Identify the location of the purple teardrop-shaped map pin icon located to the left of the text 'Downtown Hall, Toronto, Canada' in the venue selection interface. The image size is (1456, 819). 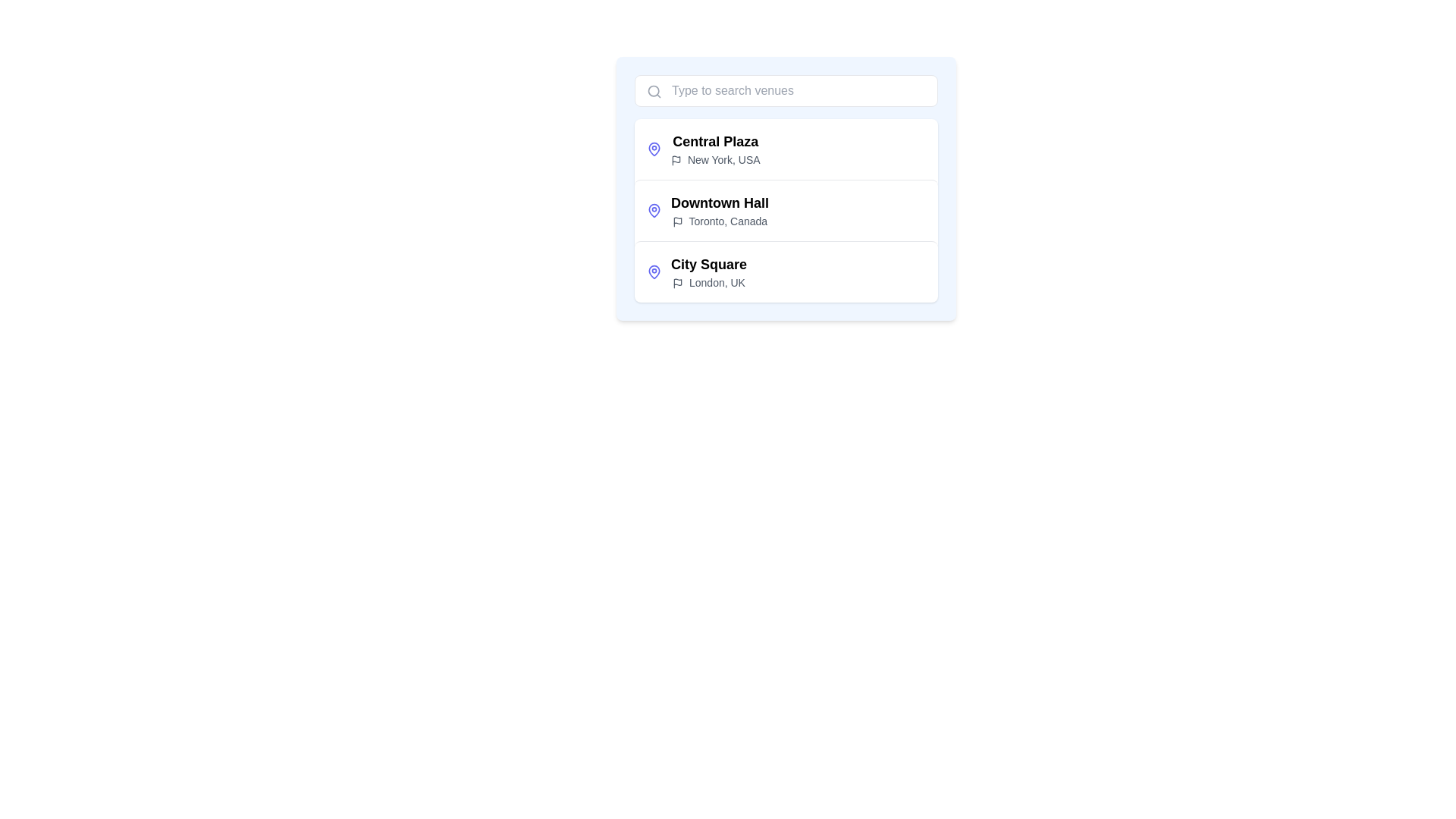
(654, 210).